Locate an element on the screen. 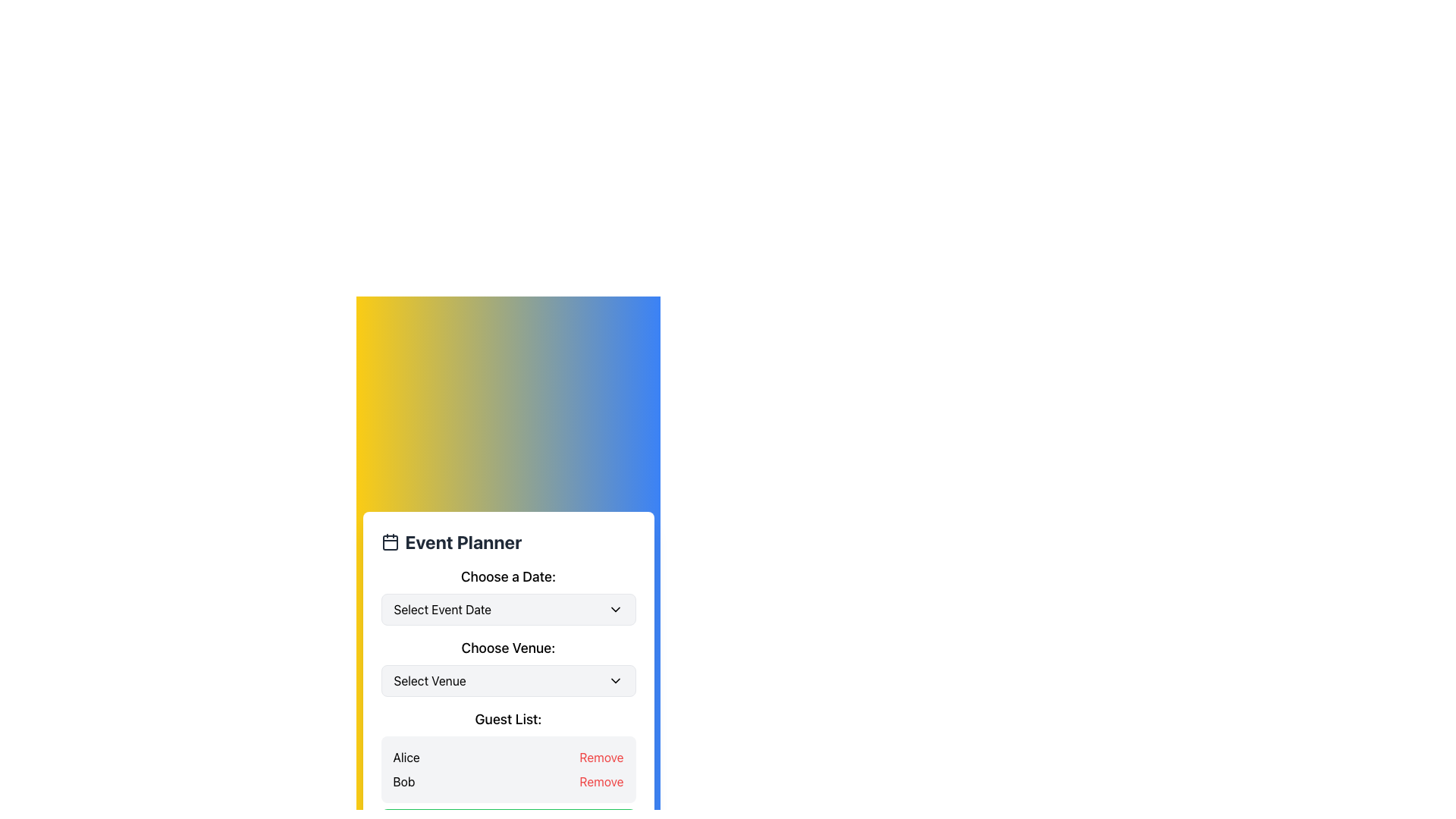 The width and height of the screenshot is (1456, 819). the 'Remove' button of the Composite element containing the static text 'Bob' and the interactive button styled in red, located in the 'Guest List' section is located at coordinates (508, 781).